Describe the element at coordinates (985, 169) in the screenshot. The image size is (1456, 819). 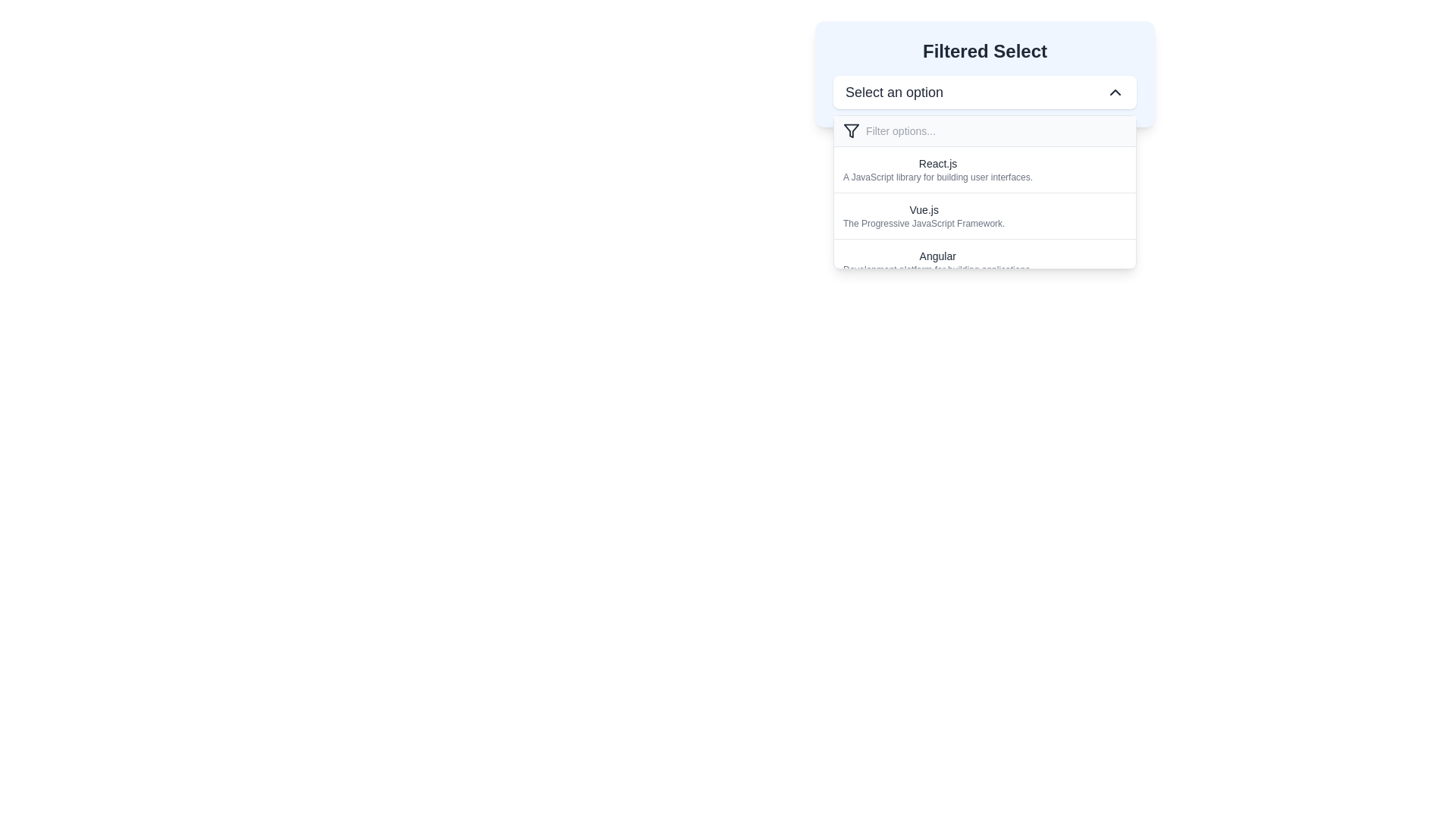
I see `the first item in the dropdown menu that provides information about 'React.js'` at that location.